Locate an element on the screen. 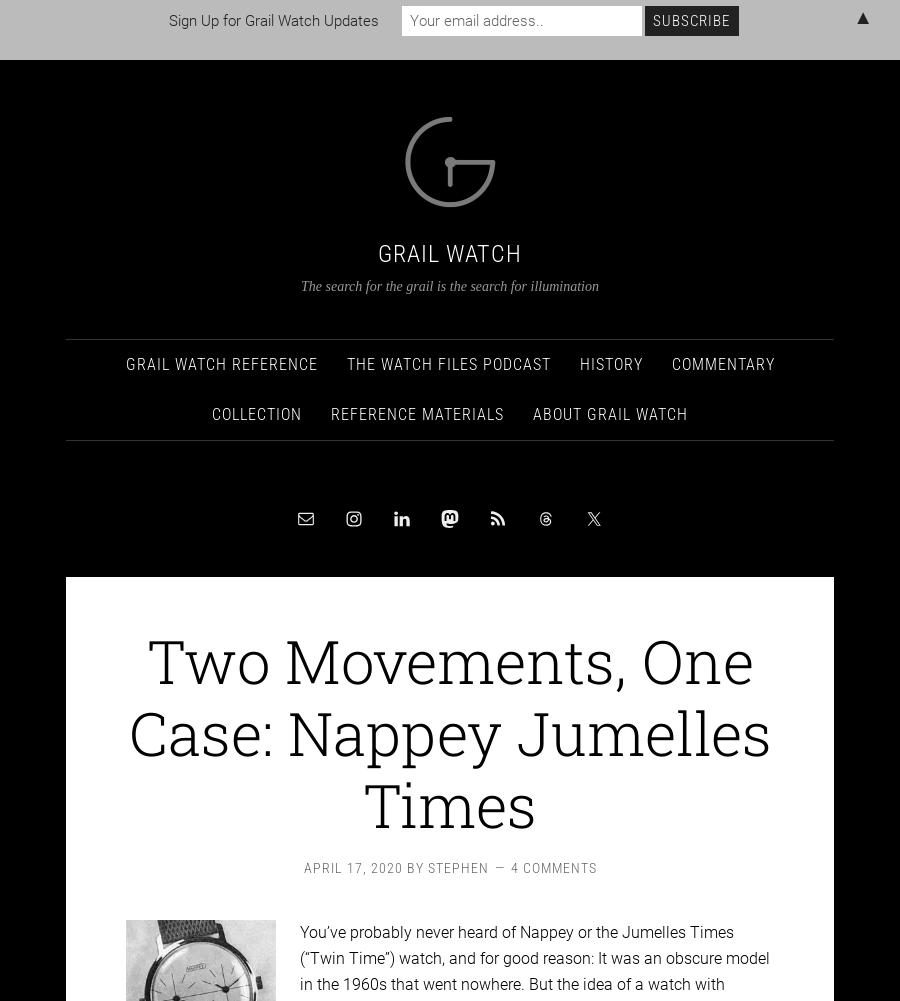 This screenshot has height=1001, width=900. 'The Watch Files Podcast' is located at coordinates (448, 346).